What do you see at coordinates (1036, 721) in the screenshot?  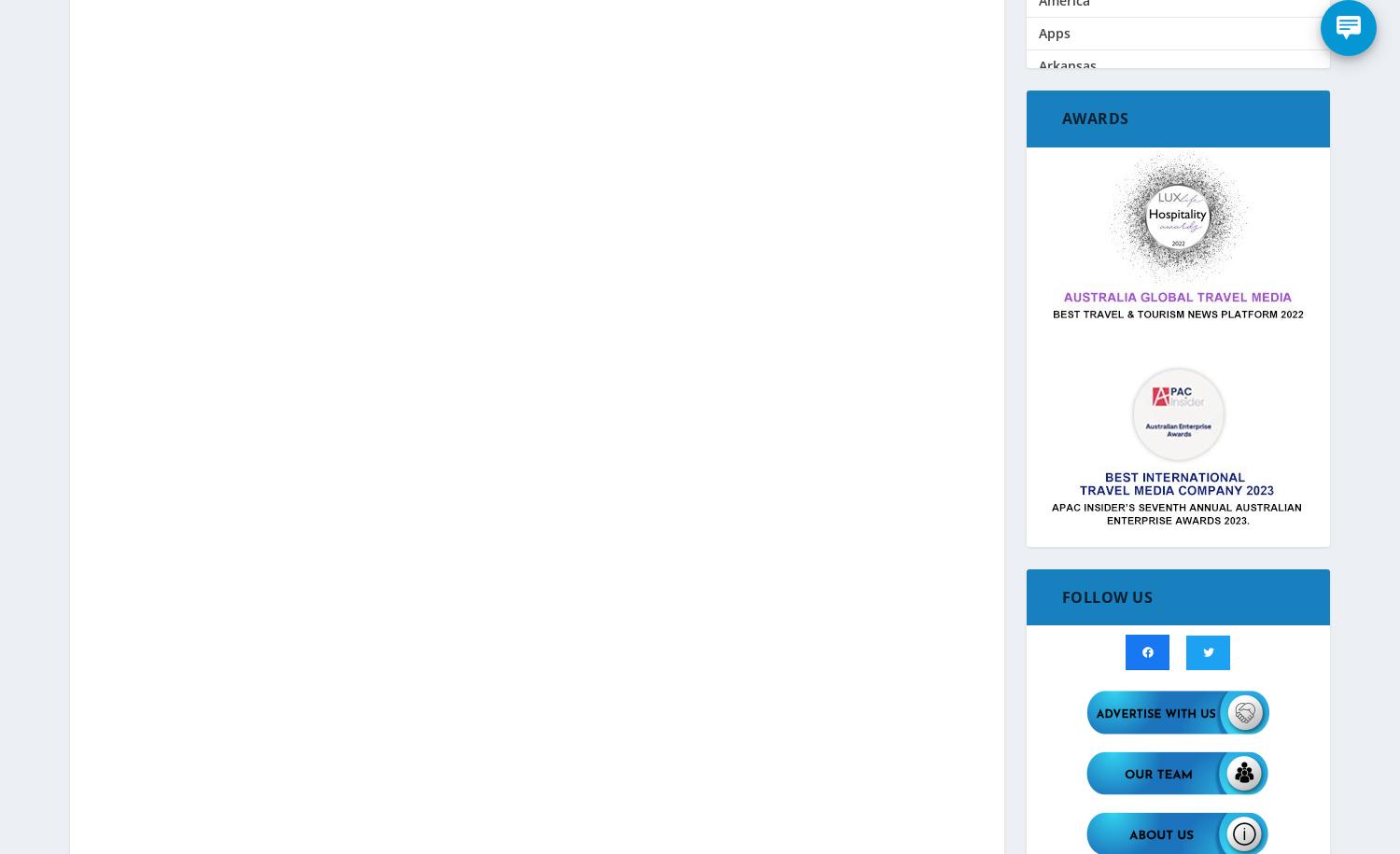 I see `'Coronavirus (Covid-19)'` at bounding box center [1036, 721].